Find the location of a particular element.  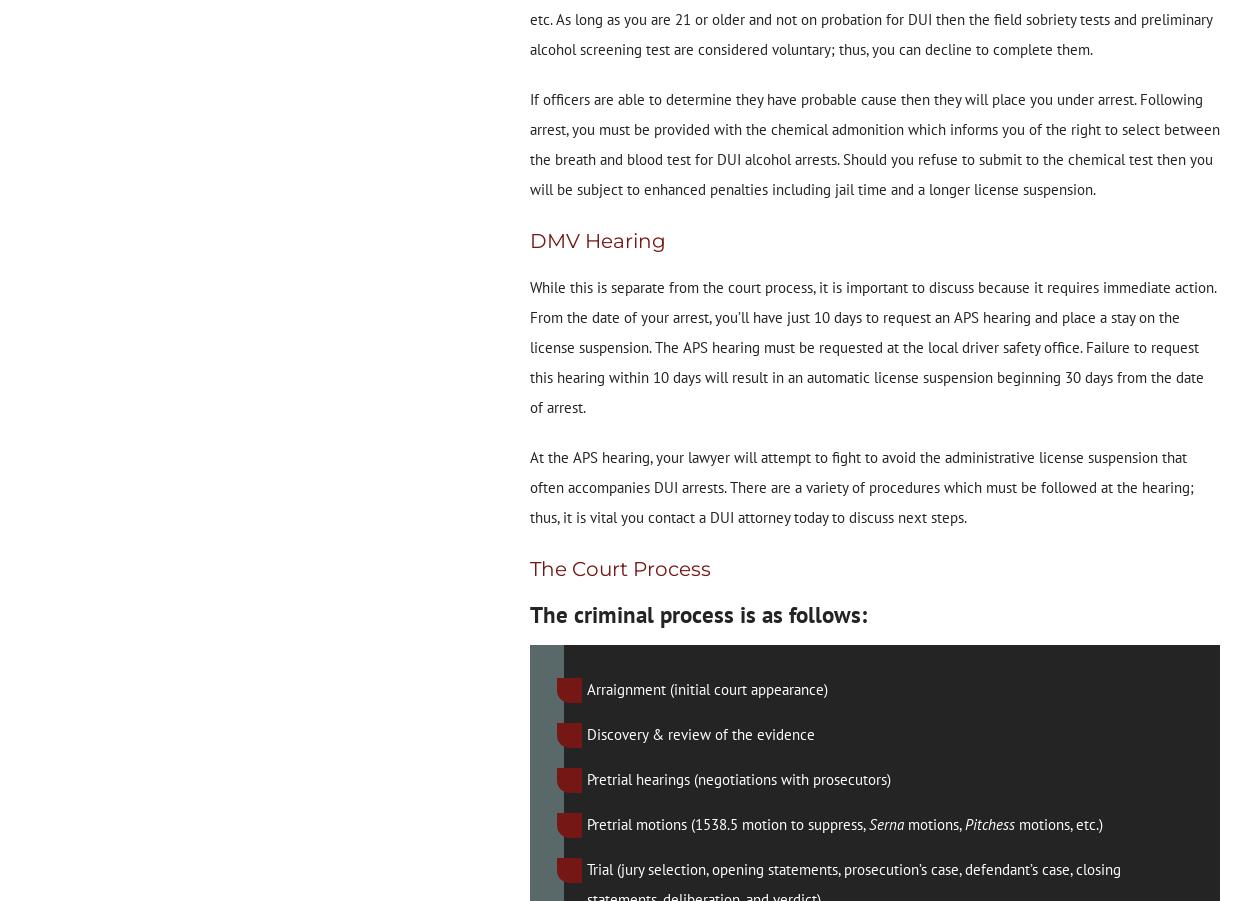

'Serna' is located at coordinates (888, 824).